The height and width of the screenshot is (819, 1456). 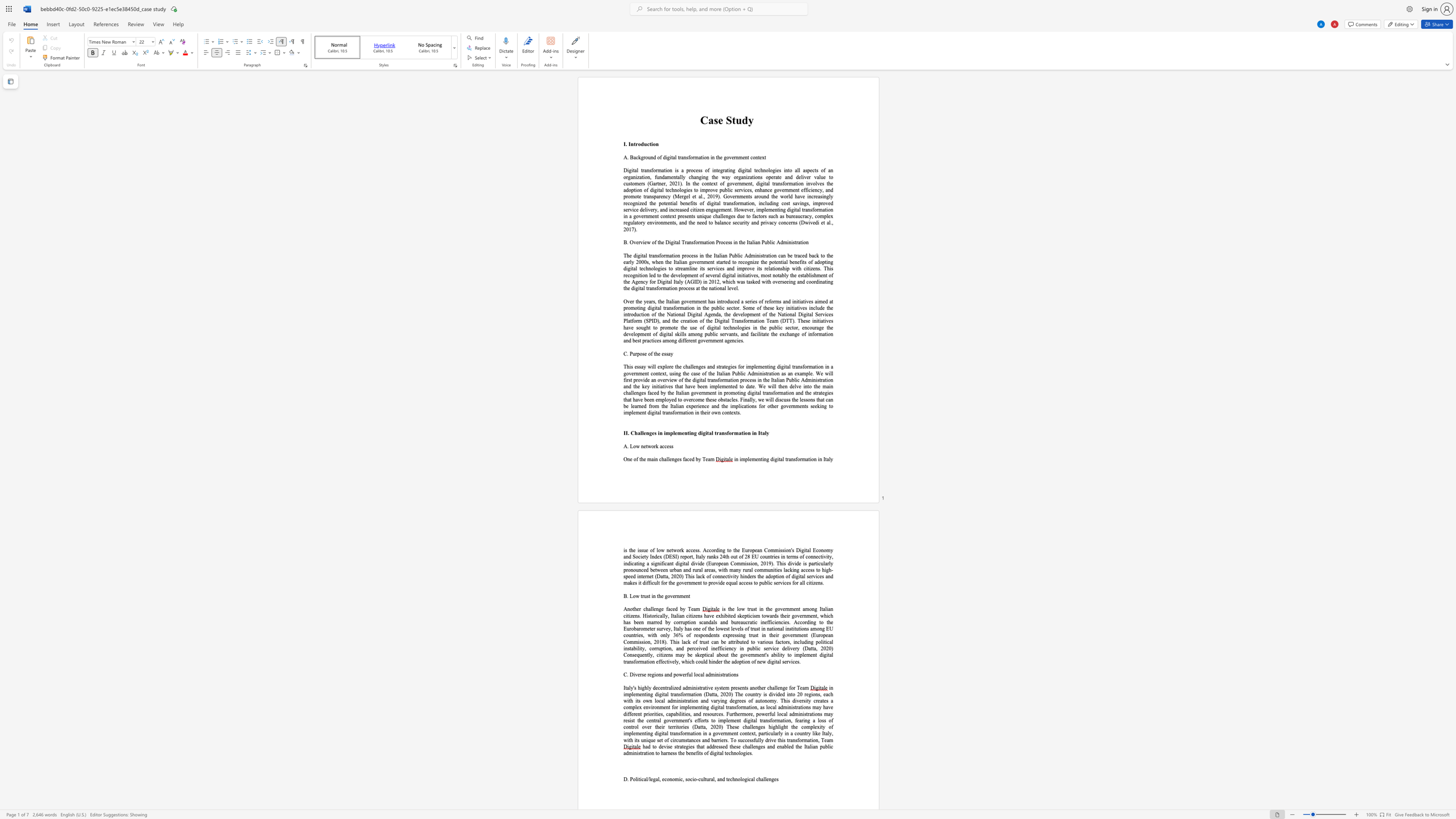 What do you see at coordinates (735, 641) in the screenshot?
I see `the subset text "ib" within the text "tributed to"` at bounding box center [735, 641].